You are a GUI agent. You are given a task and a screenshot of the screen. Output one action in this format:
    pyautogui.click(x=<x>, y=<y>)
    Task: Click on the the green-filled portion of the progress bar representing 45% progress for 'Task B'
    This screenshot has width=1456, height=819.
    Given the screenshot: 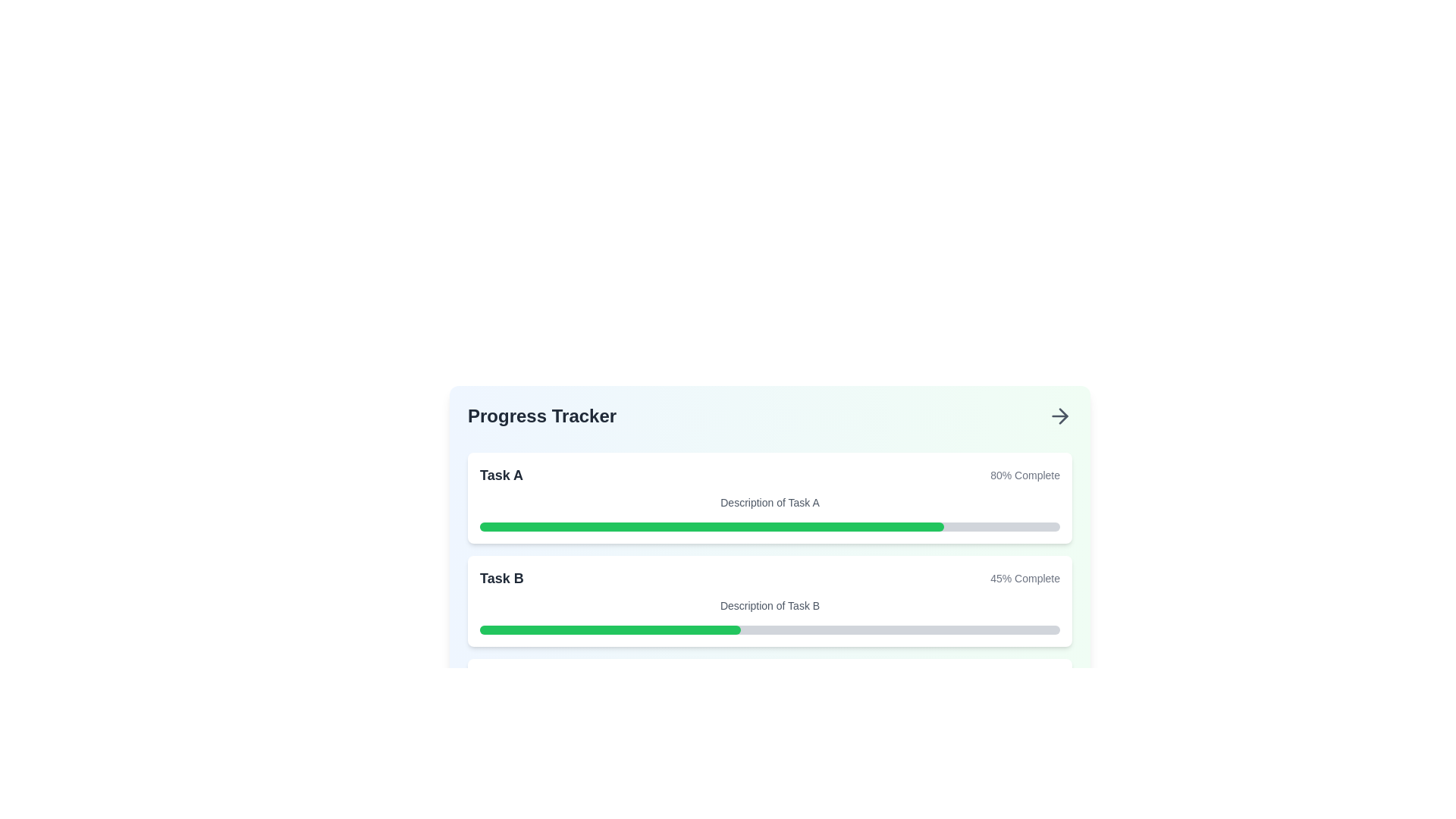 What is the action you would take?
    pyautogui.click(x=610, y=629)
    